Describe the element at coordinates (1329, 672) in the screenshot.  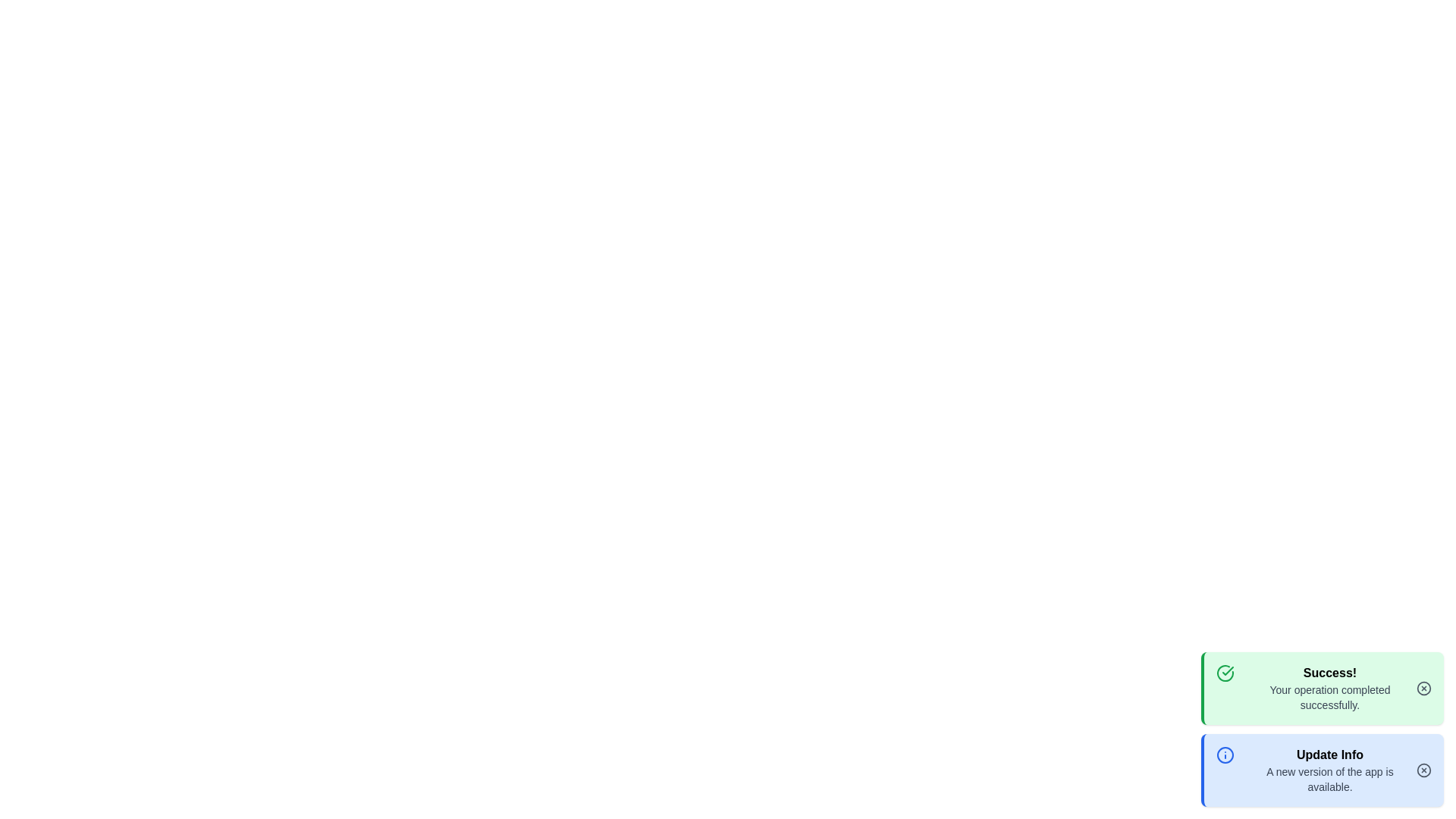
I see `the bold text saying 'Success!' located in the light green notification area at the top of the interface` at that location.